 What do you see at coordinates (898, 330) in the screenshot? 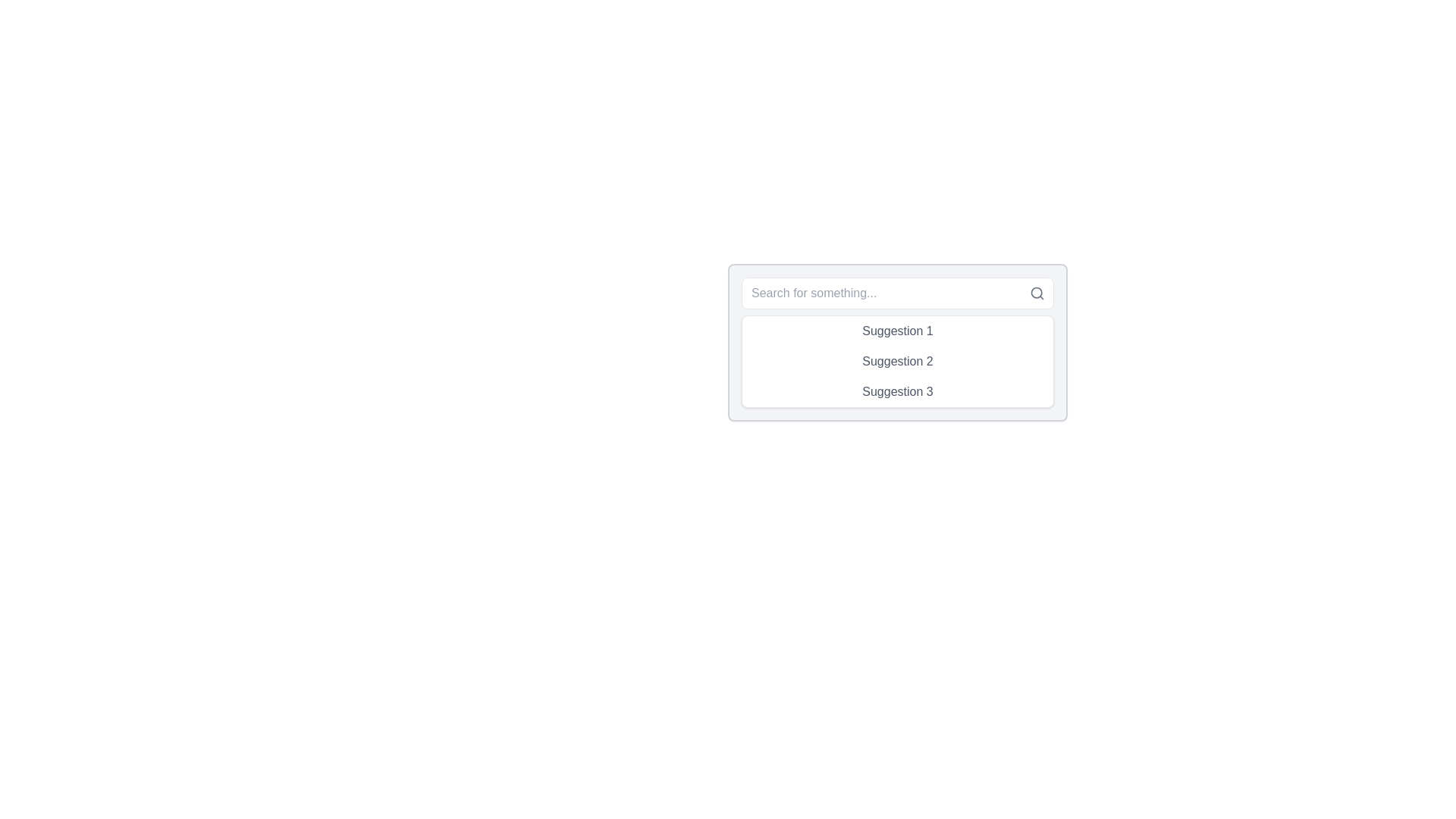
I see `the first selectable suggestion item in the dropdown menu that appears below the 'Search for something...' input field` at bounding box center [898, 330].